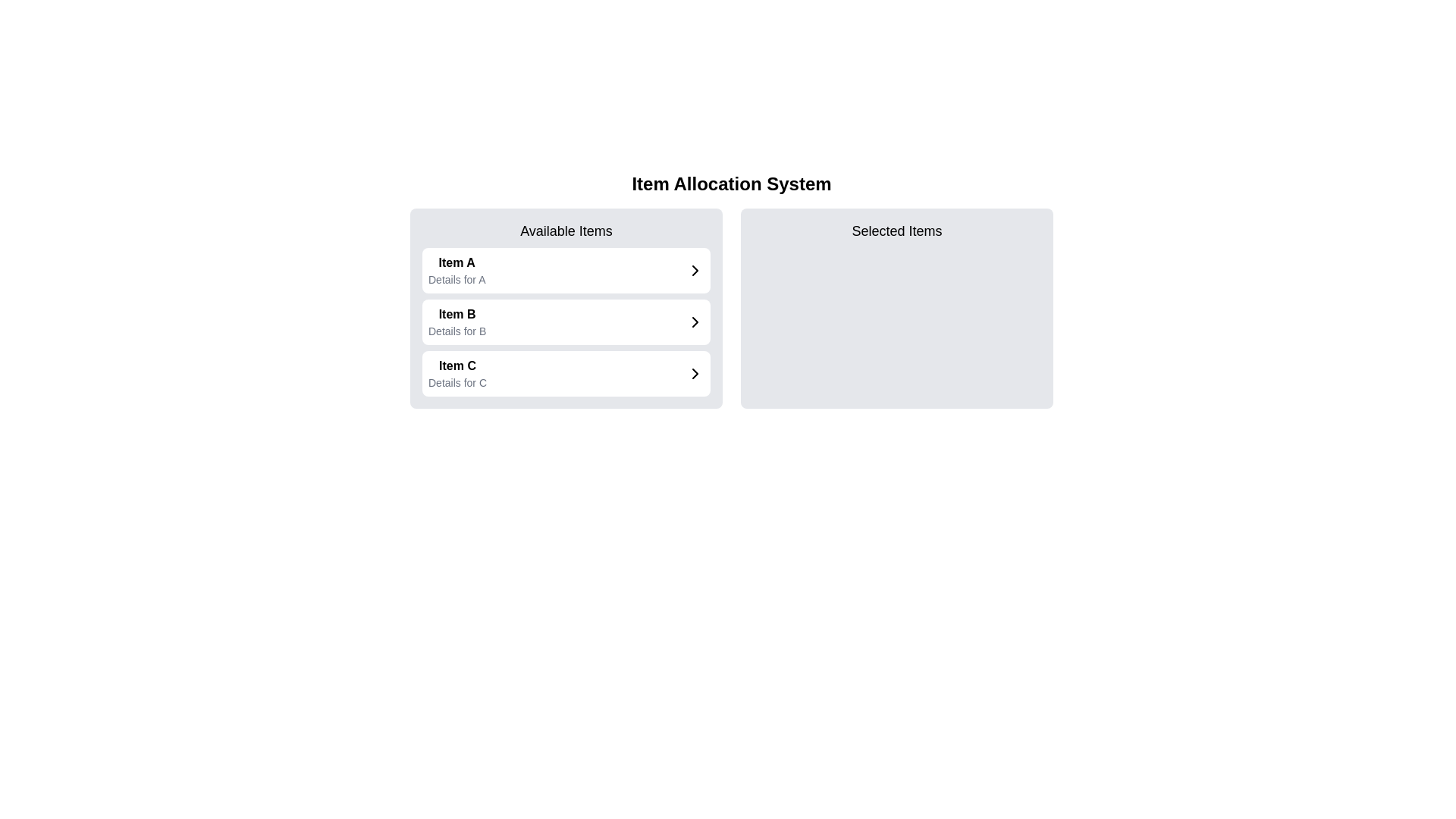 Image resolution: width=1456 pixels, height=819 pixels. I want to click on the text label displaying 'Item A' in bold black font, which is the first entry in the 'Available Items' section, so click(456, 262).